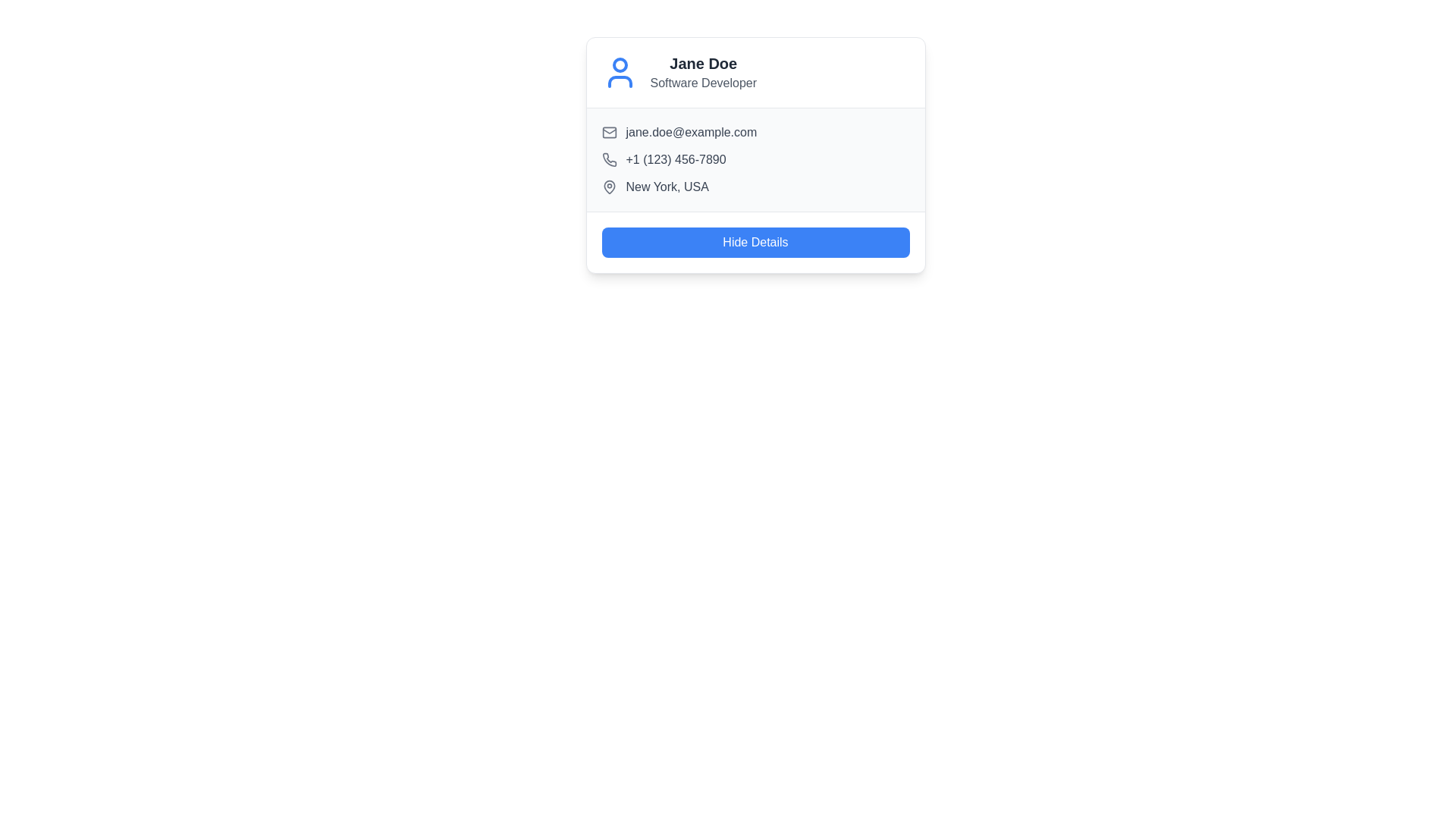  I want to click on marker icon shaped like a pin located in the middle-right section of the card component, to the left of the 'New York, USA' text, so click(609, 186).